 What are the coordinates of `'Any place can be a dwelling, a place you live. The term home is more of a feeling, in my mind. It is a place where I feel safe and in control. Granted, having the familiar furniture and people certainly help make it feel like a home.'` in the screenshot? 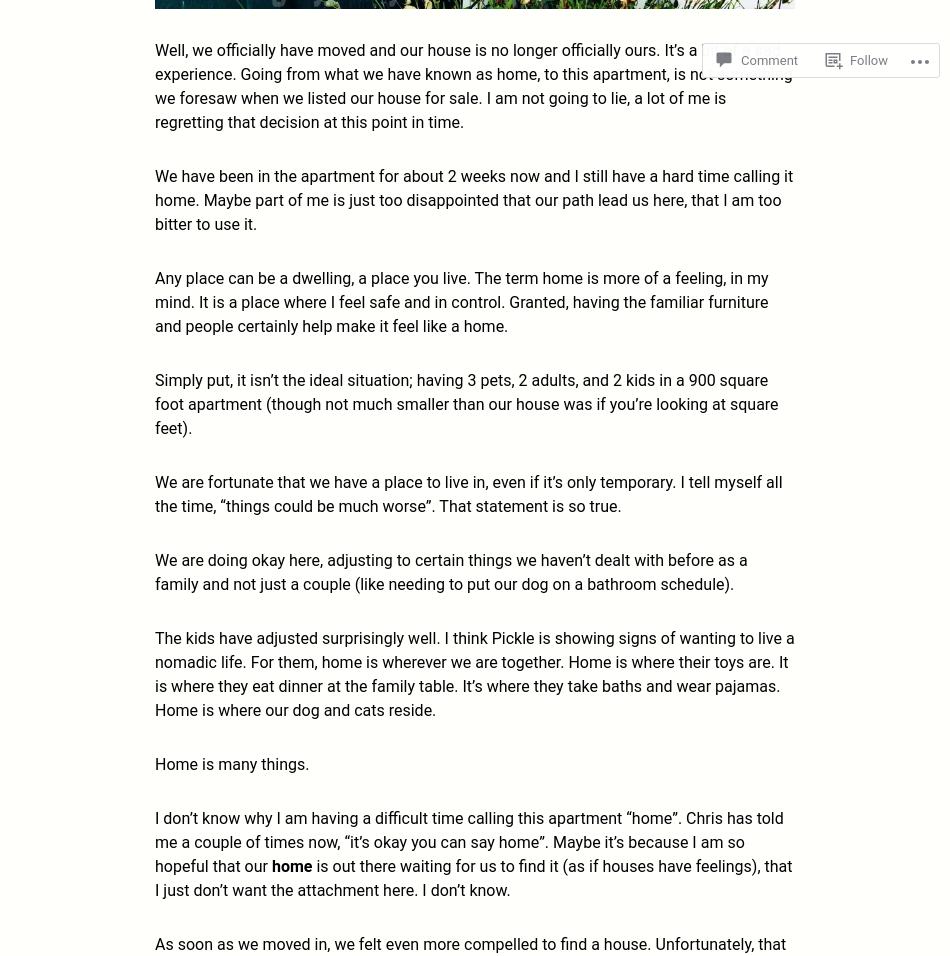 It's located at (460, 300).